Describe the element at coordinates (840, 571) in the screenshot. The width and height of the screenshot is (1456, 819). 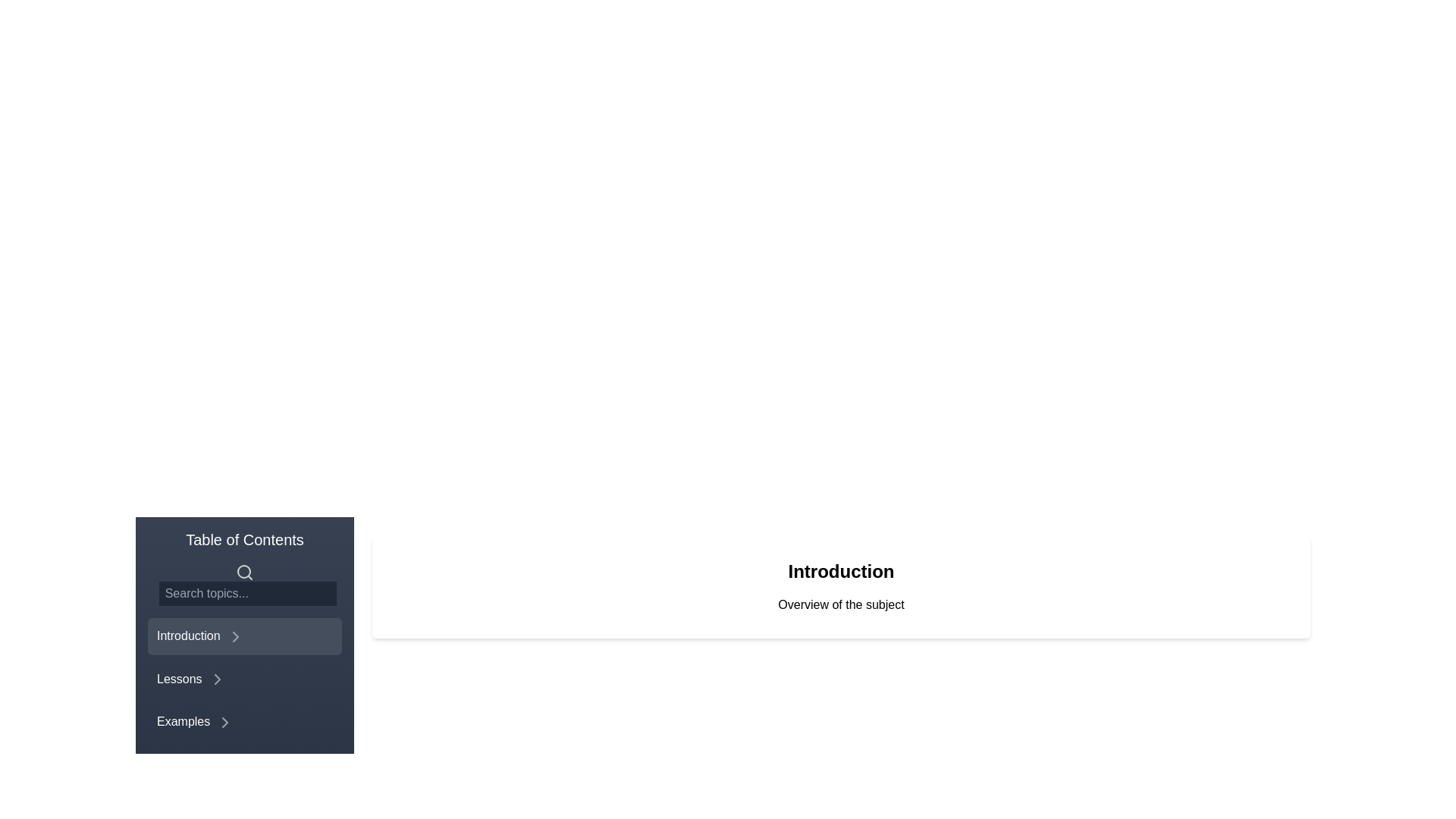
I see `text title labeled 'Introduction' which is displayed prominently in bold at the top of the right panel` at that location.